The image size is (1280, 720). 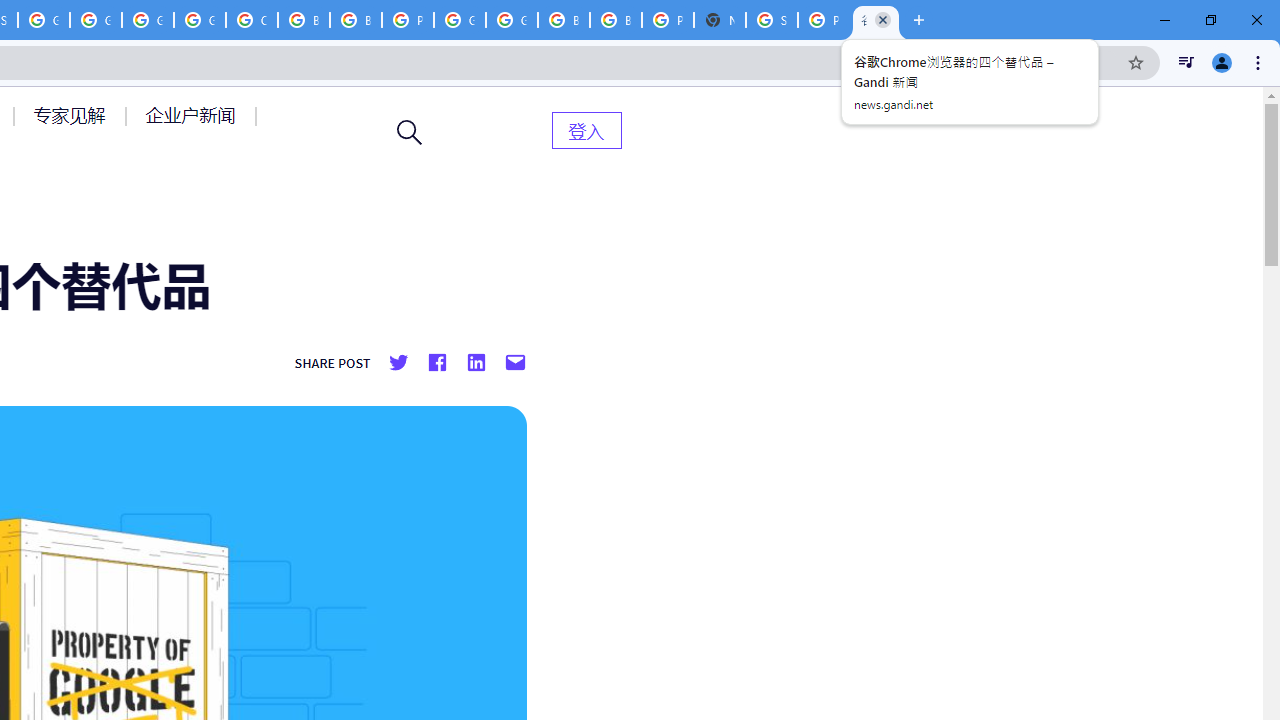 What do you see at coordinates (72, 115) in the screenshot?
I see `'AutomationID: menu-item-77764'` at bounding box center [72, 115].